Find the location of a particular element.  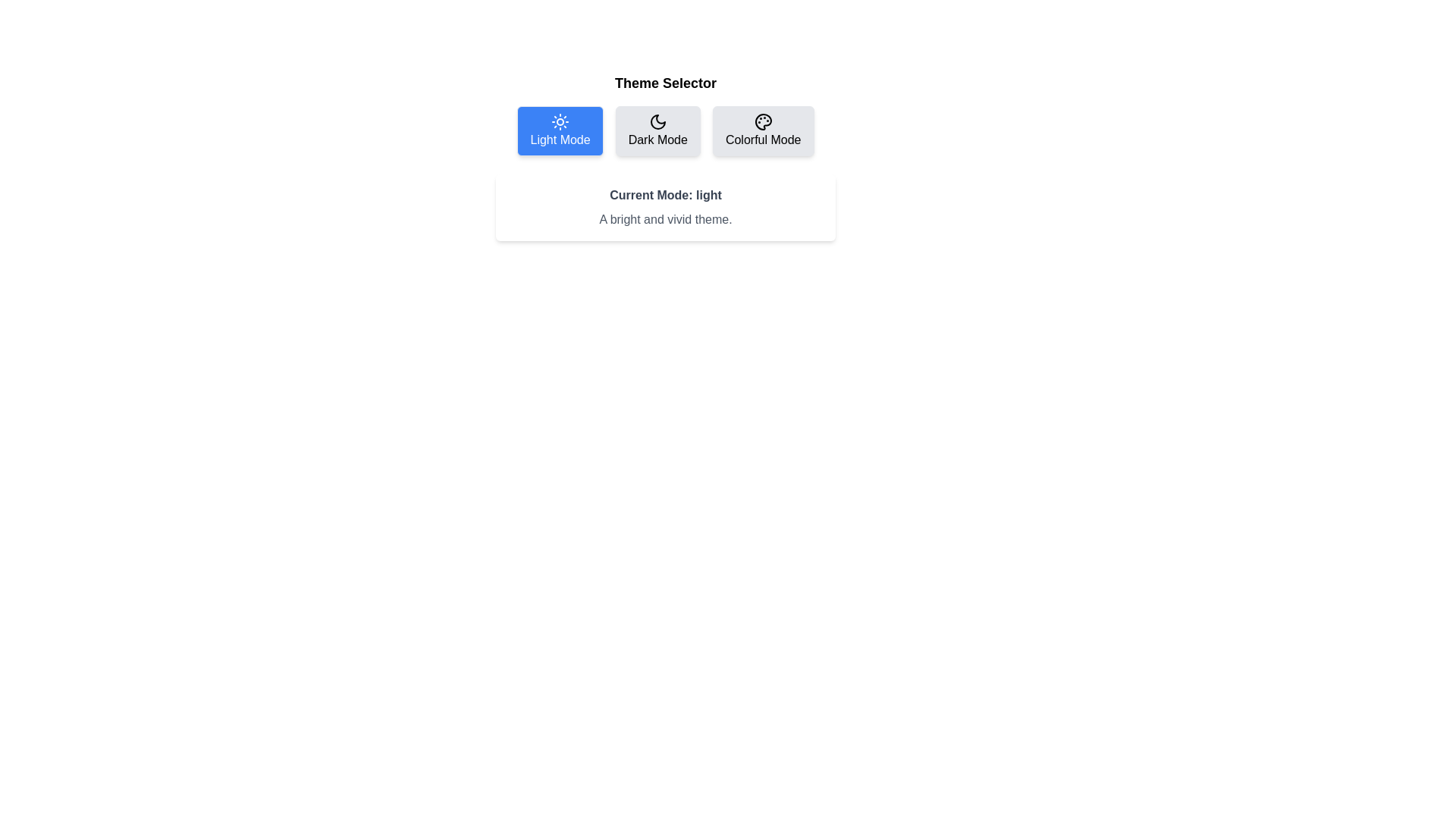

the text label that displays the current theme mode of the application, located above the text block that reads 'A bright and vivid theme.' is located at coordinates (666, 195).